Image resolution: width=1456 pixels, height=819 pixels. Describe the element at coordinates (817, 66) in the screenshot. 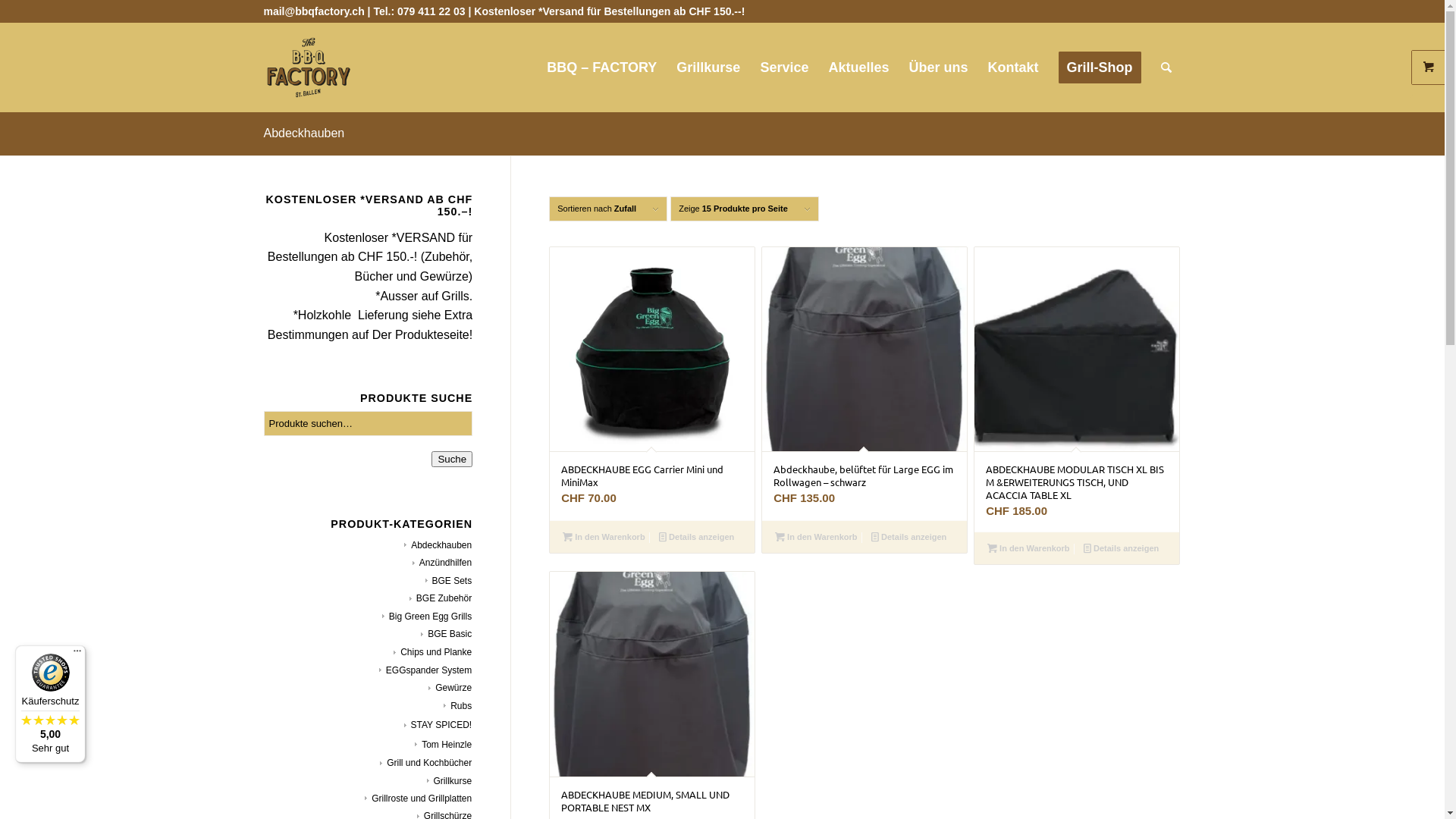

I see `'Aktuelles'` at that location.